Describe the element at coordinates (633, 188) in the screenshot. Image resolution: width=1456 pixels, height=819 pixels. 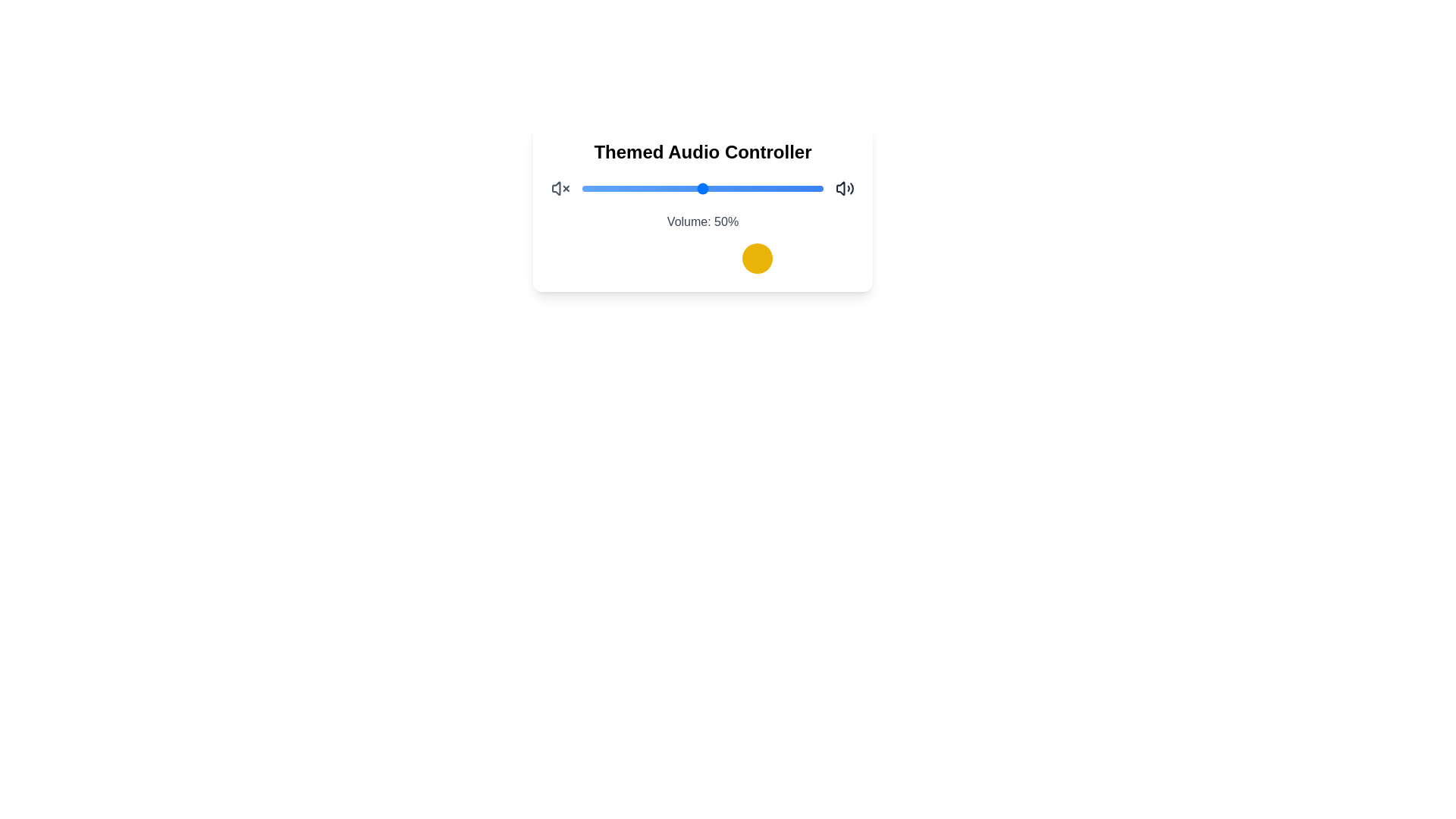
I see `the volume slider to set the volume to 21%` at that location.